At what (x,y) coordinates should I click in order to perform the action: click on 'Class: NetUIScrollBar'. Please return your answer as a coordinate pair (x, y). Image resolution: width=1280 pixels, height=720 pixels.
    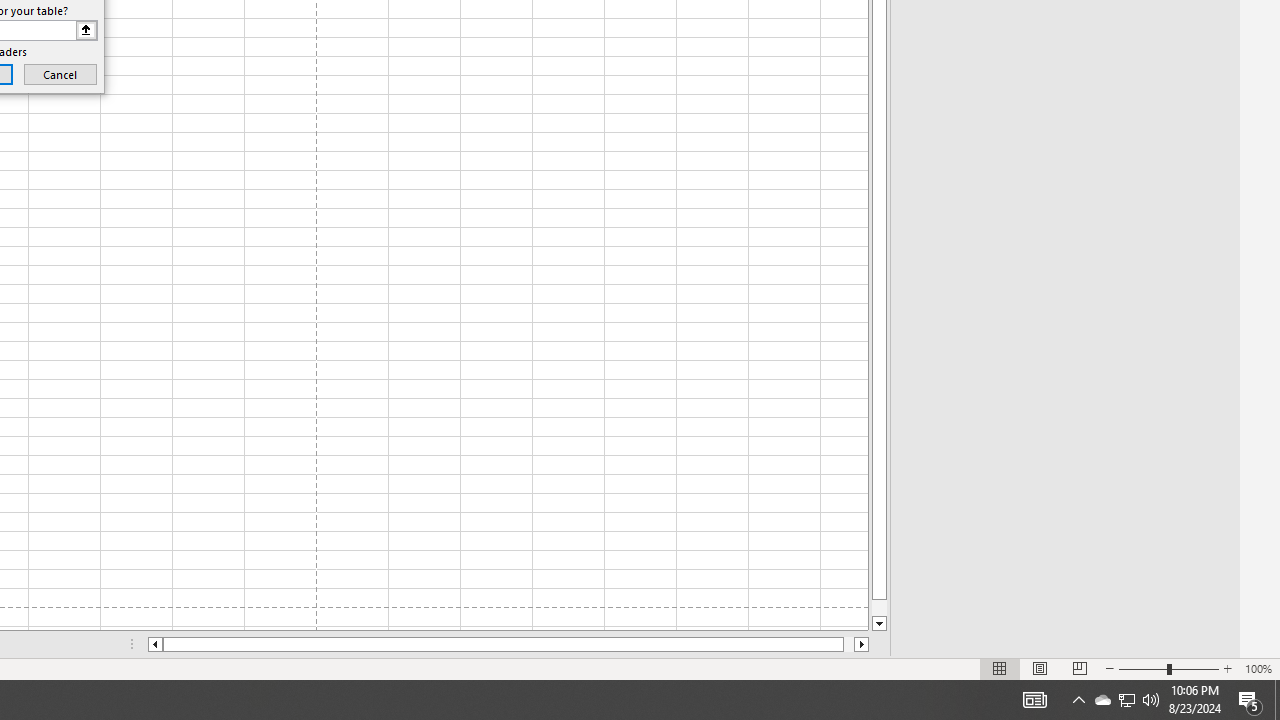
    Looking at the image, I should click on (508, 644).